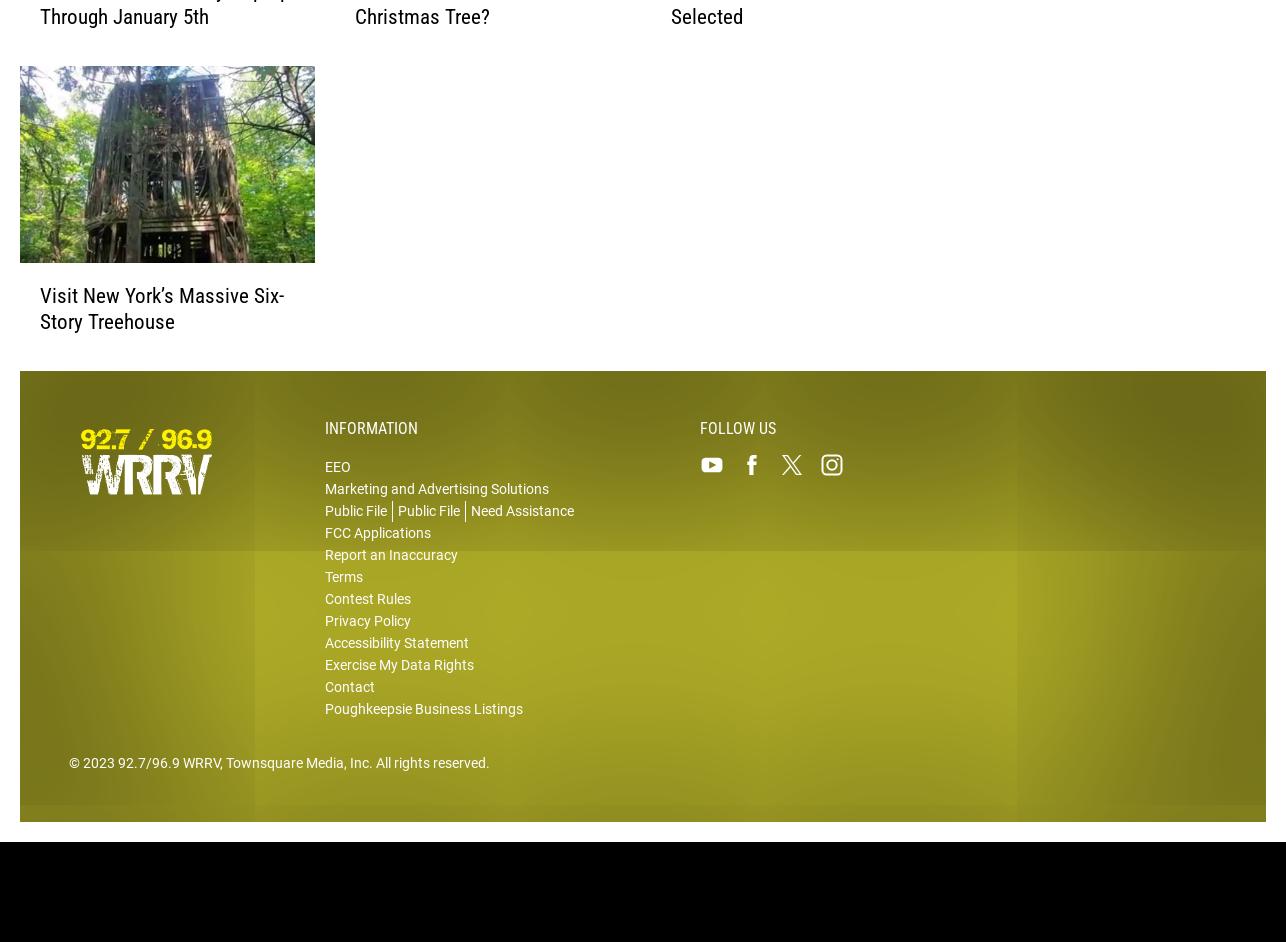  I want to click on 'Poughkeepsie Business Listings', so click(422, 718).